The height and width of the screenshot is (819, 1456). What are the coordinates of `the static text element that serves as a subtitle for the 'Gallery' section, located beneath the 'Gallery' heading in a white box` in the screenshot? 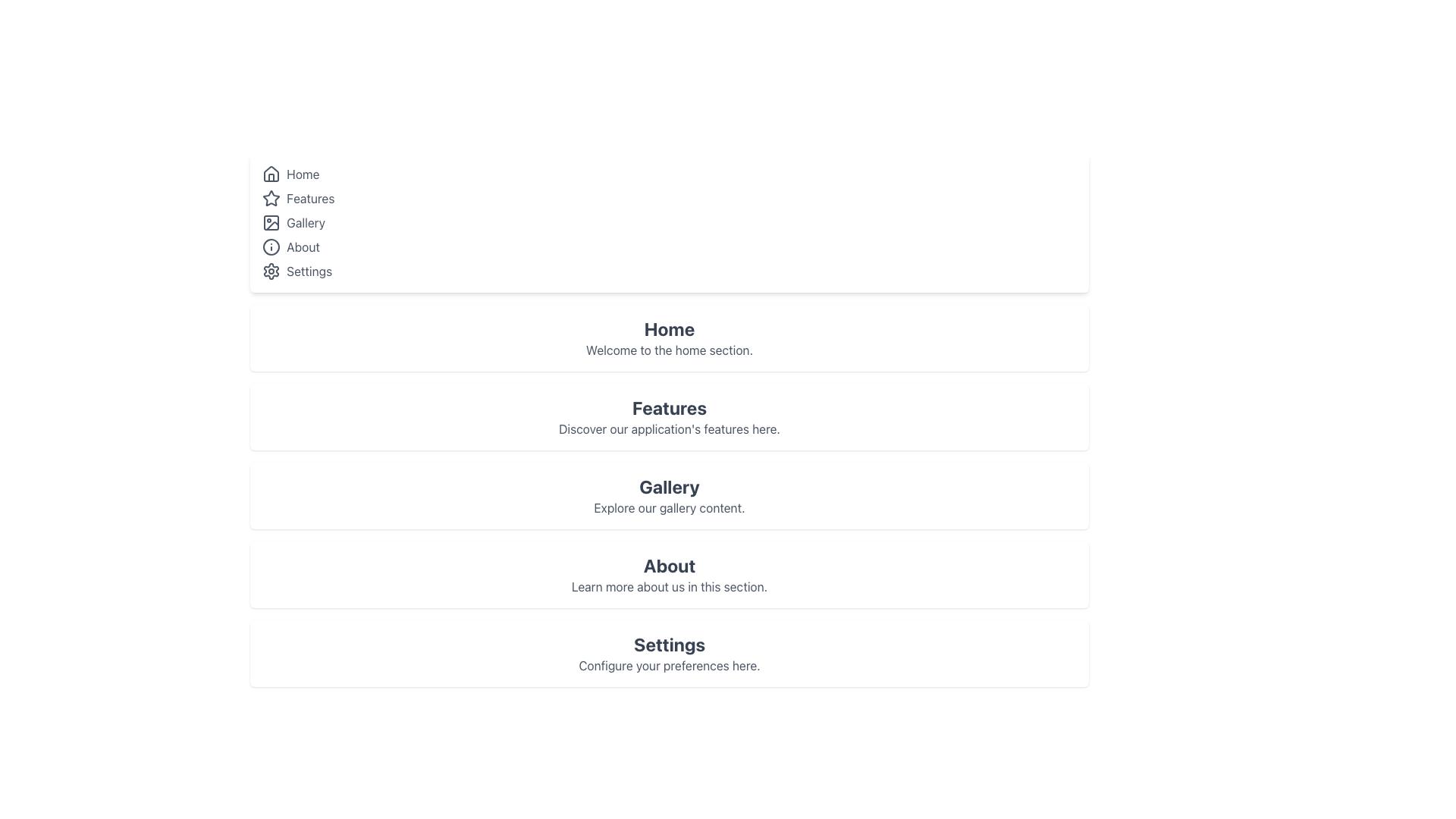 It's located at (669, 508).